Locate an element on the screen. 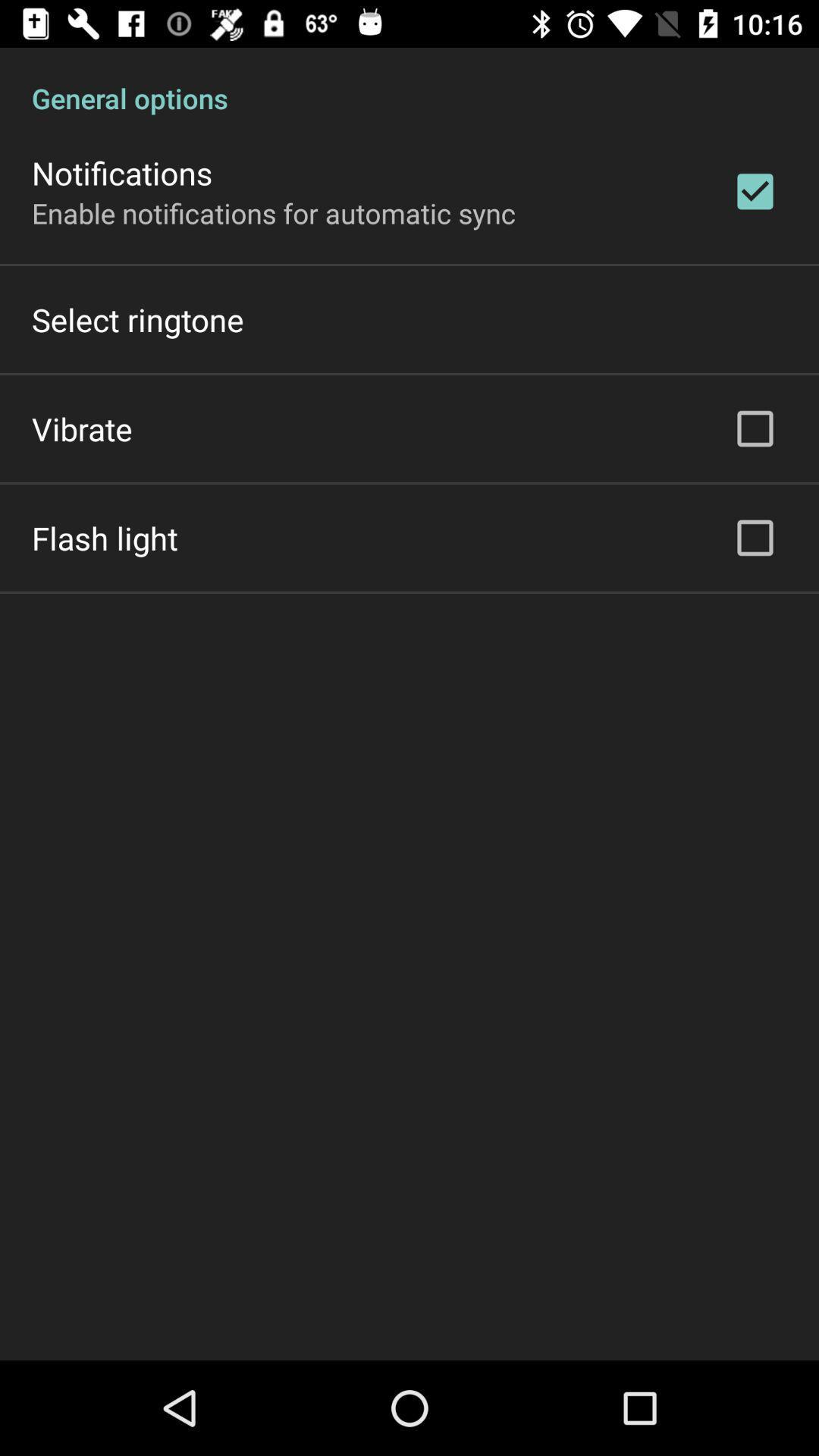 The image size is (819, 1456). the item below the enable notifications for item is located at coordinates (137, 318).